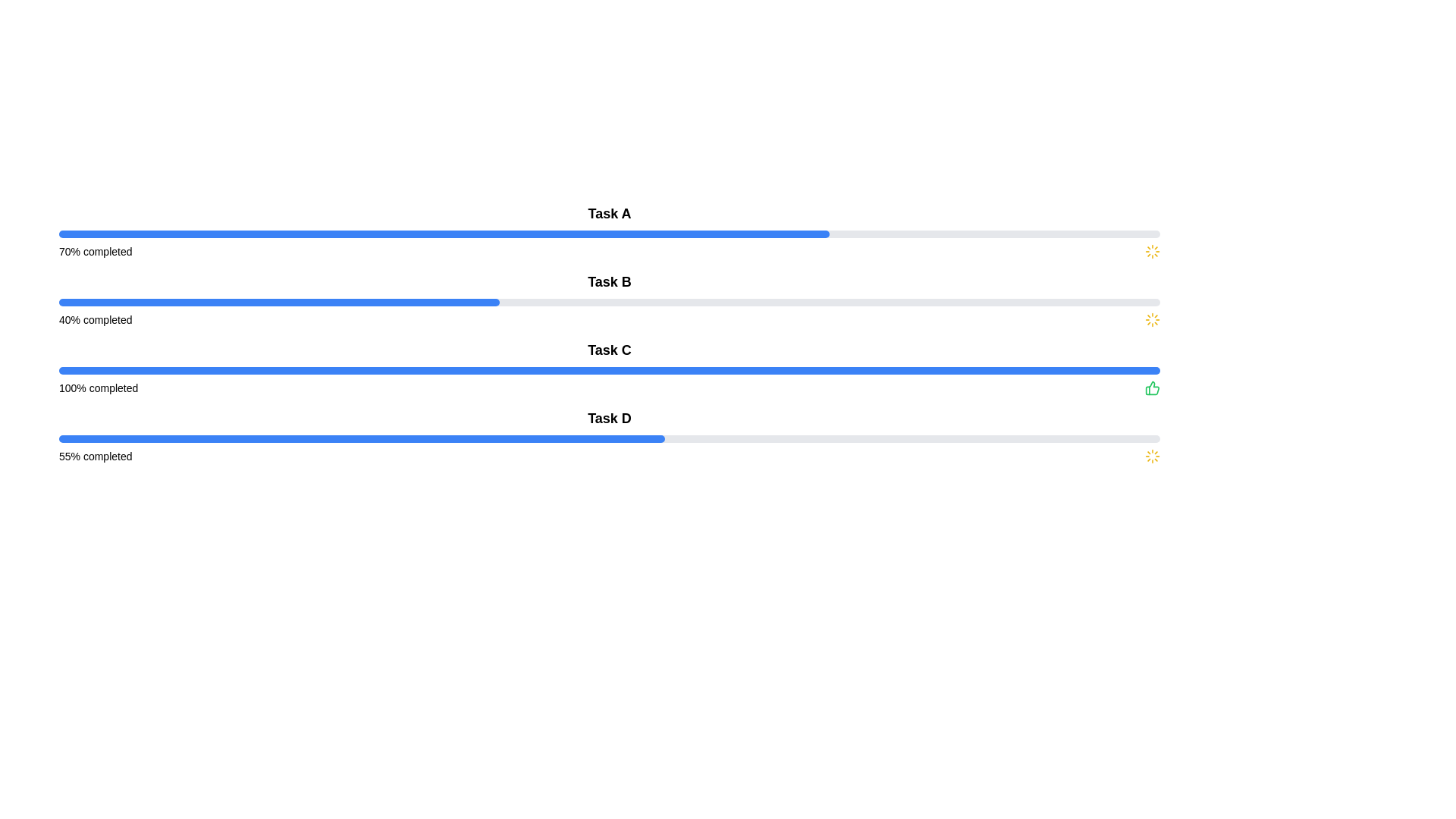  I want to click on the text label displaying '40% completed' which is part of the 'Task B' entry, located under the progress bar, so click(95, 318).